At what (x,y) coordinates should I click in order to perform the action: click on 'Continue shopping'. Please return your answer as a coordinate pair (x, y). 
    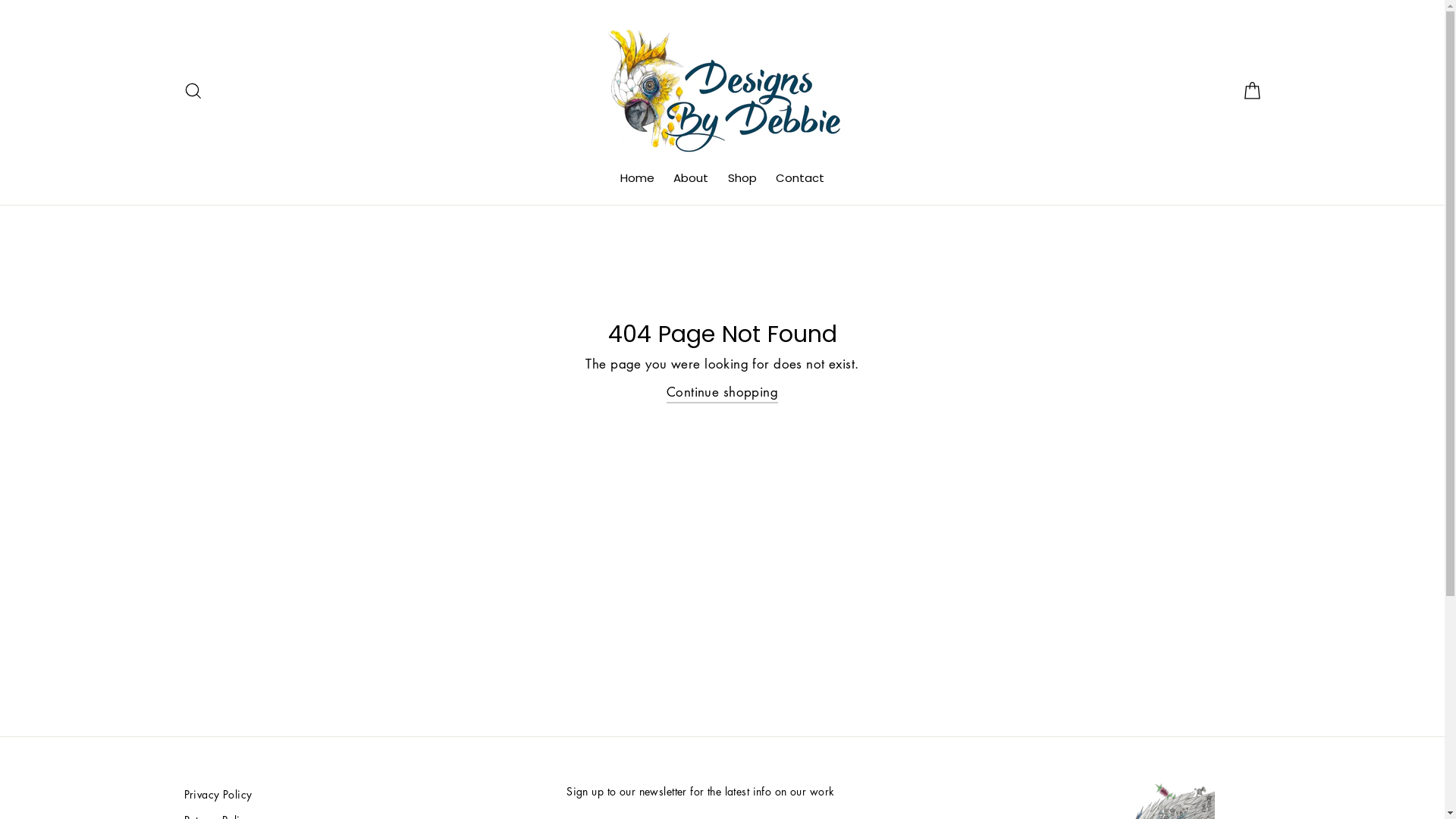
    Looking at the image, I should click on (721, 391).